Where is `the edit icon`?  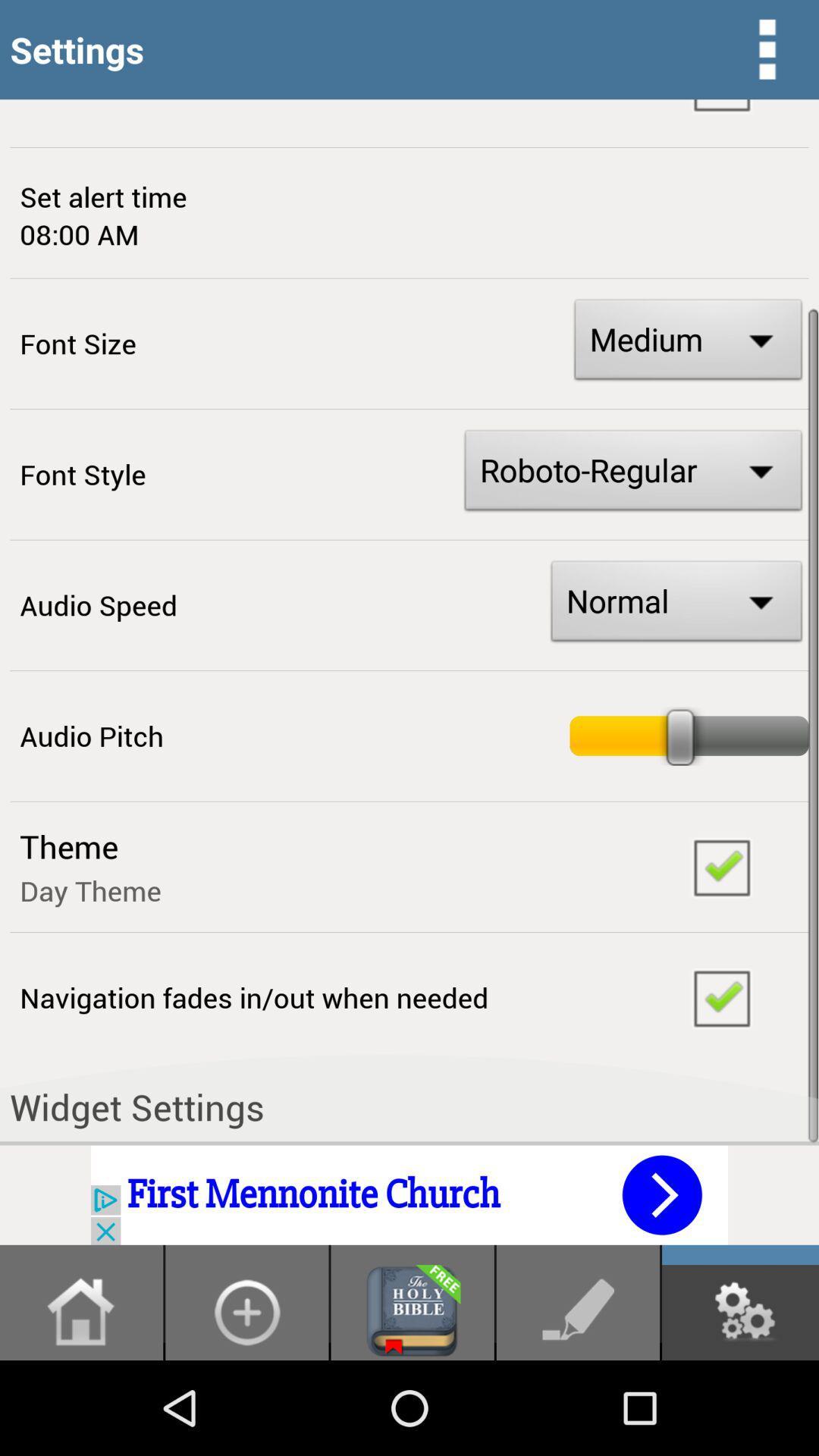
the edit icon is located at coordinates (578, 1404).